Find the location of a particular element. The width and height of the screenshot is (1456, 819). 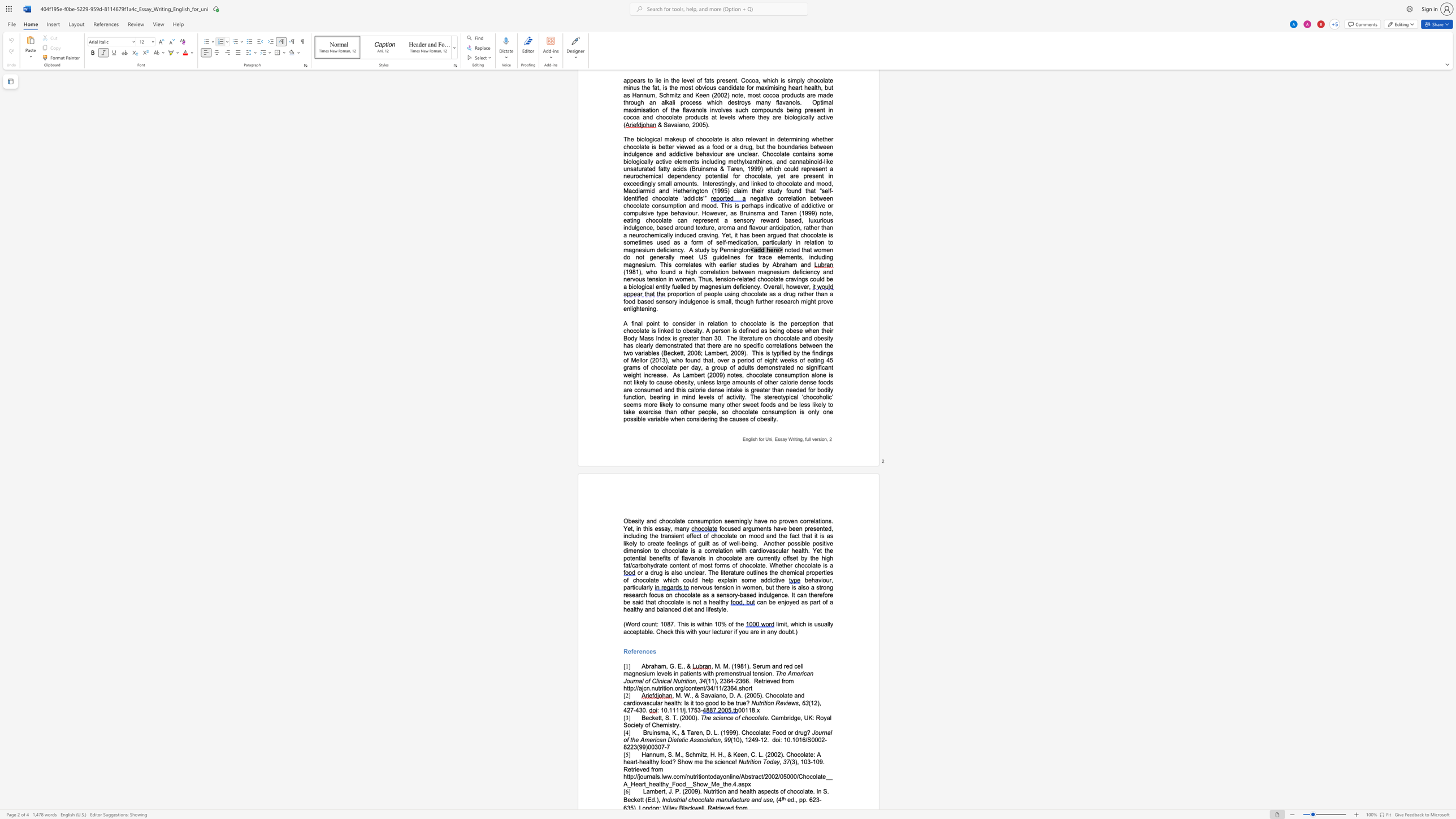

the space between the continuous character "9" and "-" in the text is located at coordinates (757, 740).